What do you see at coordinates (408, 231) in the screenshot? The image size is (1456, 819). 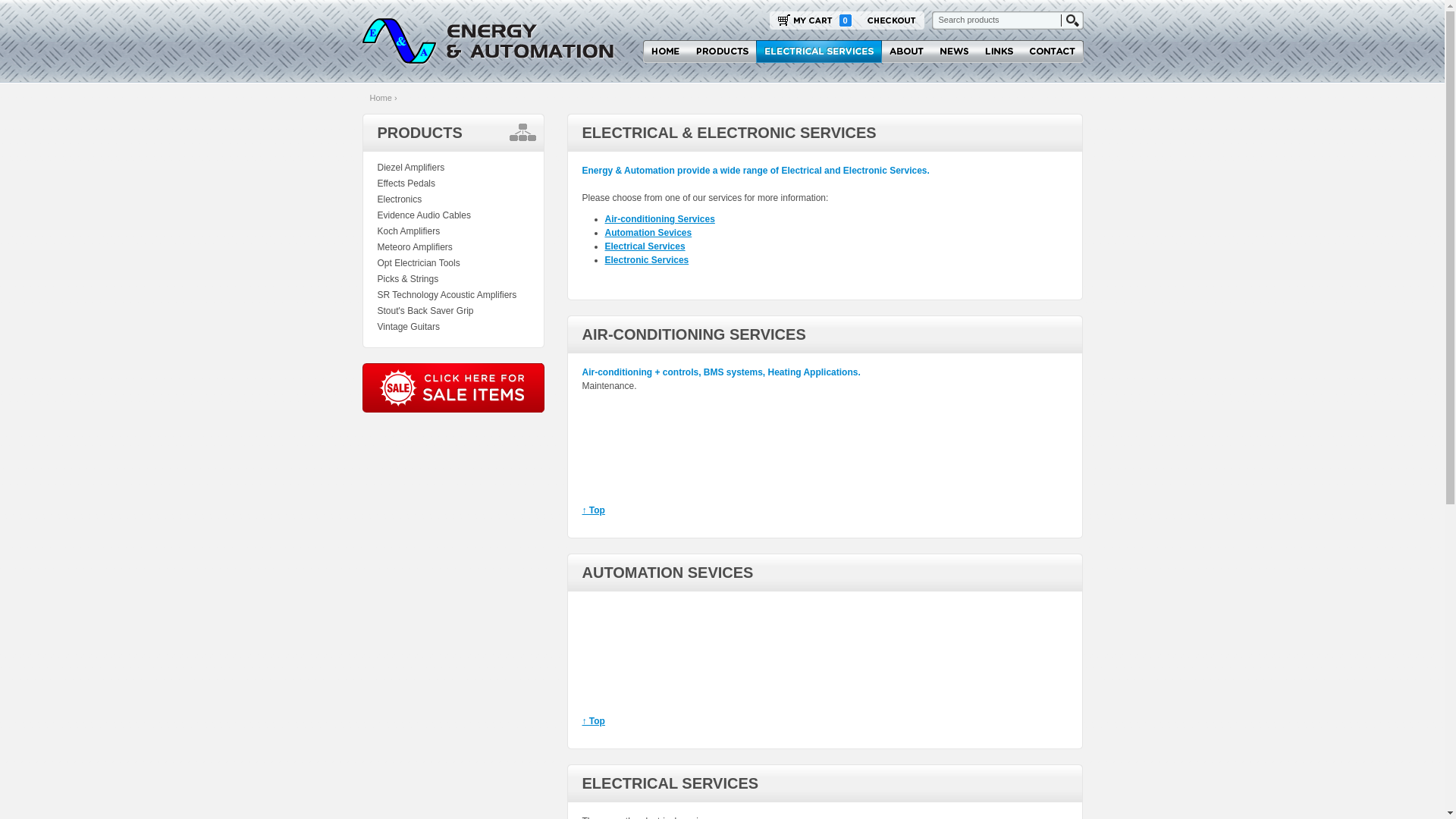 I see `'Koch Amplifiers'` at bounding box center [408, 231].